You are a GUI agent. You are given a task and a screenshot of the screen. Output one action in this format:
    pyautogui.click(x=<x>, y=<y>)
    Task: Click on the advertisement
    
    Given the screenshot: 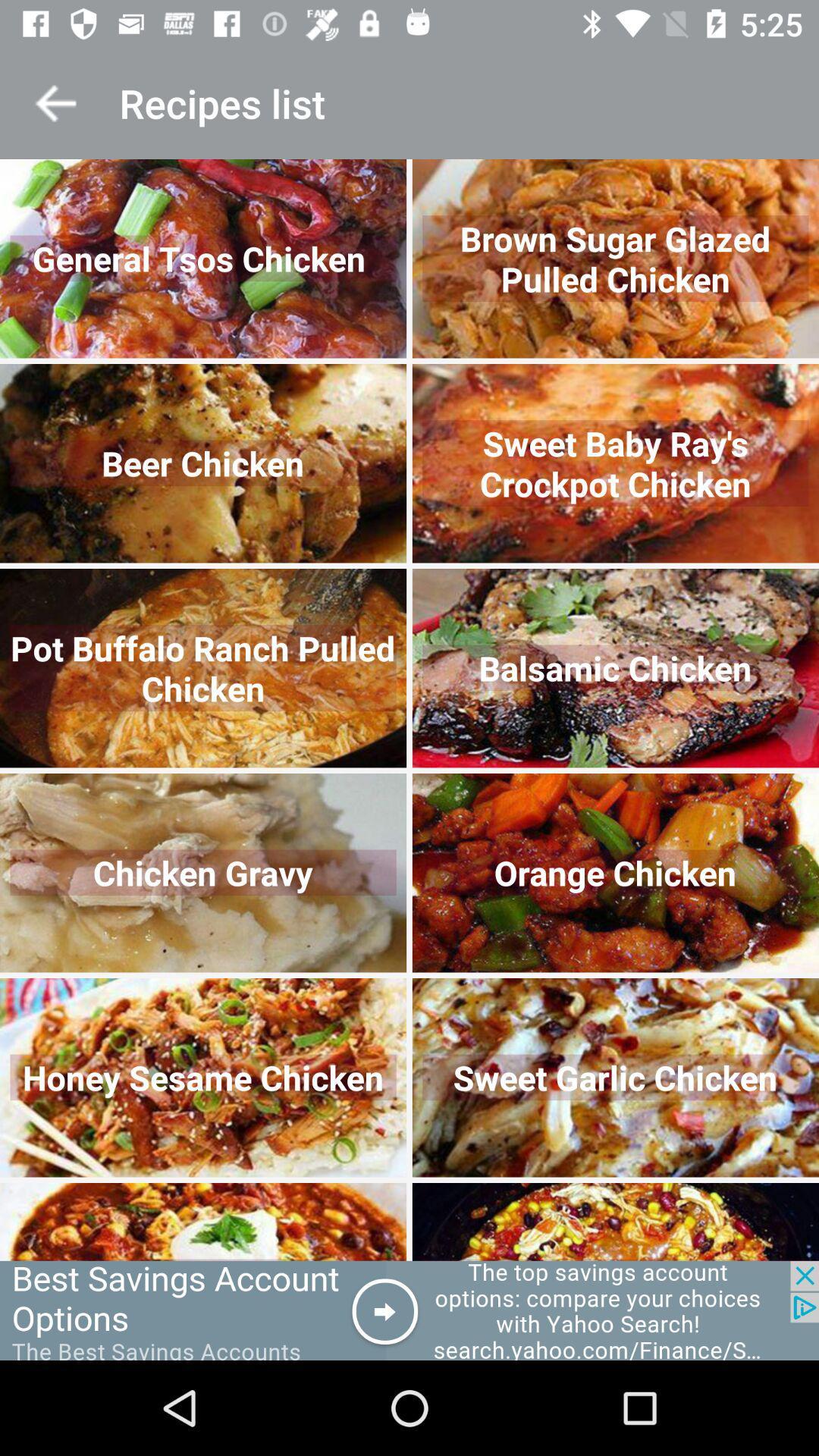 What is the action you would take?
    pyautogui.click(x=409, y=1310)
    